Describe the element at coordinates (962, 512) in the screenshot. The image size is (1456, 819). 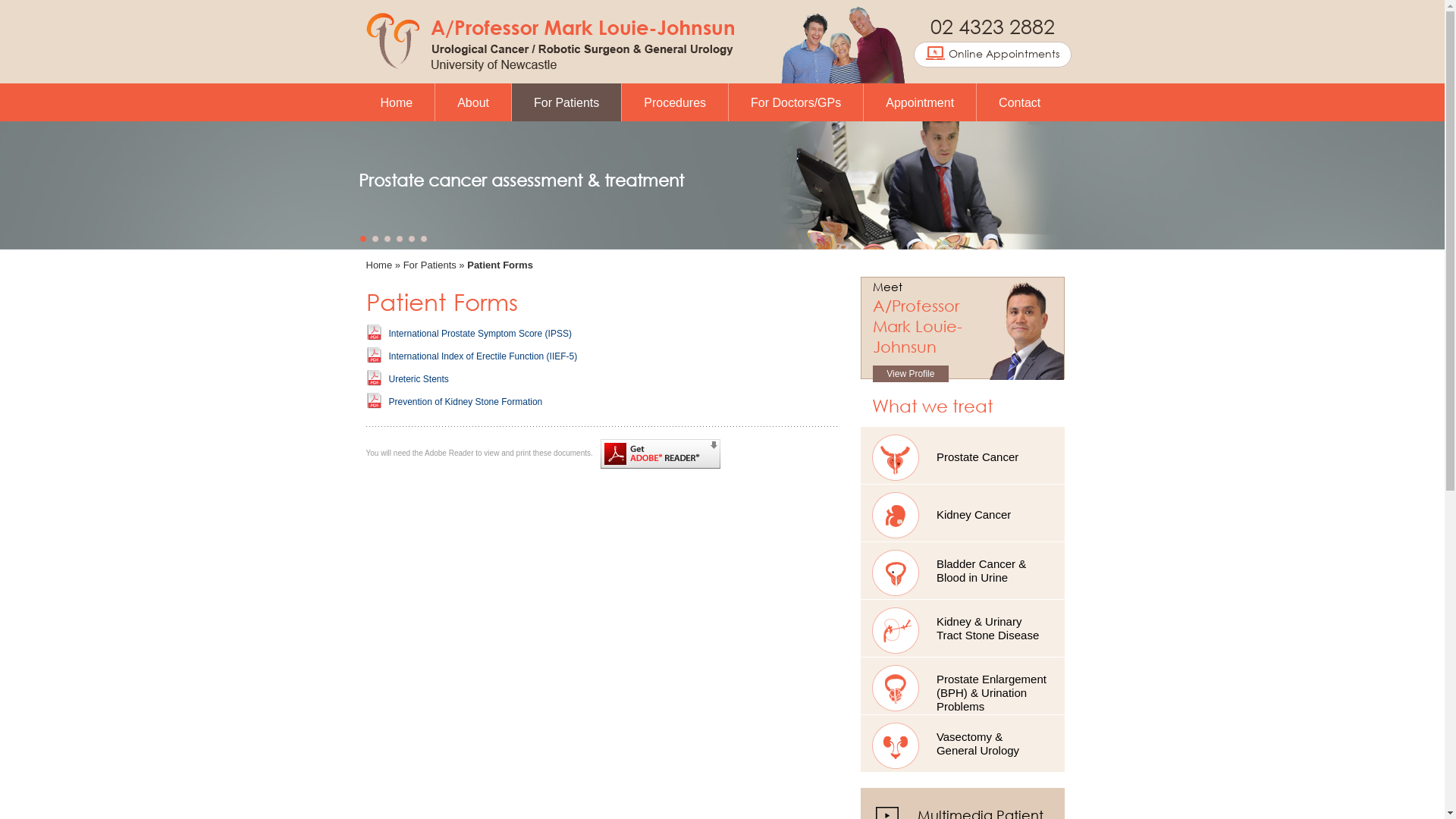
I see `'Kidney Cancer'` at that location.